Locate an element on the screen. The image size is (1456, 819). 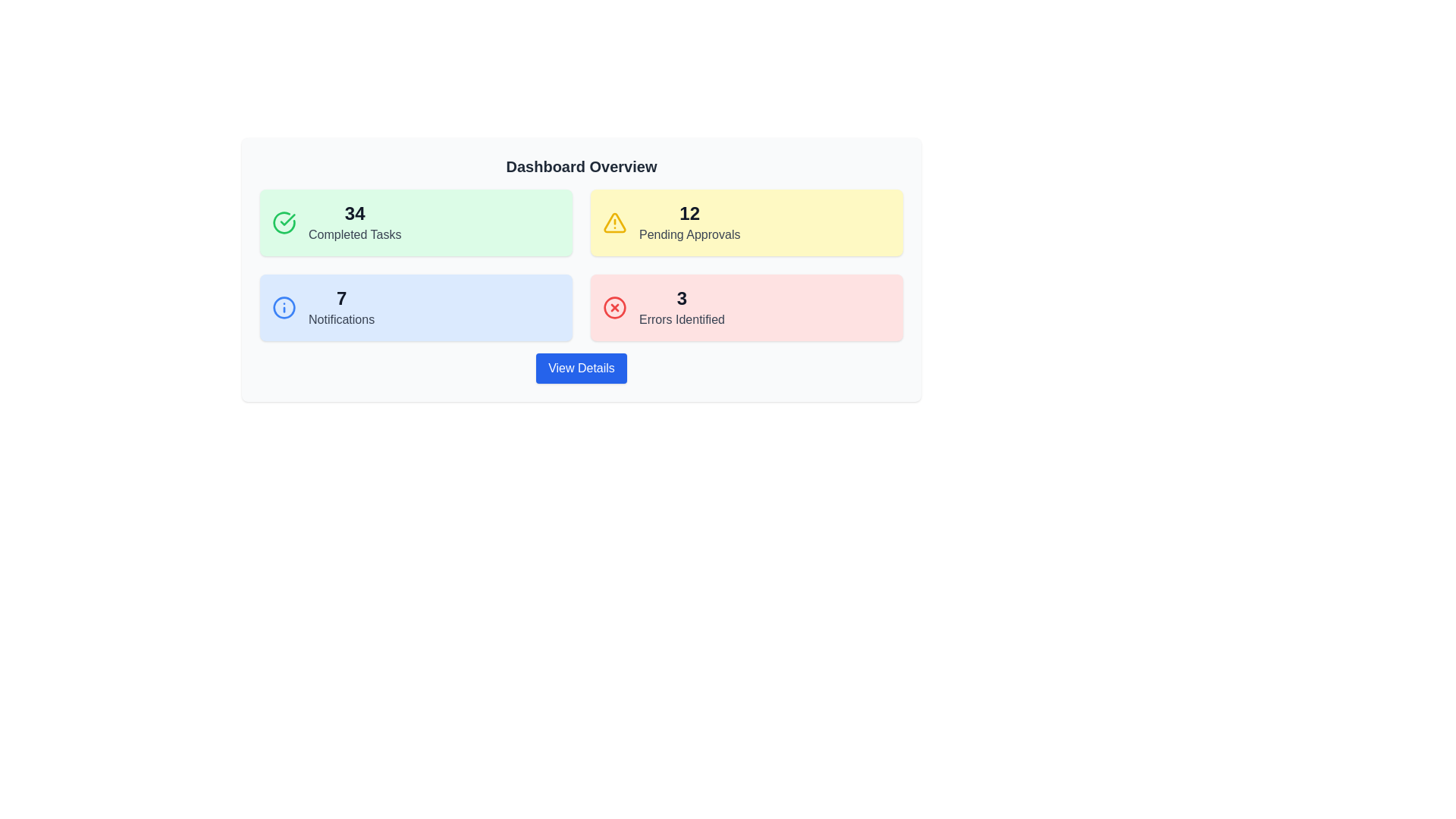
the rectangle-shaped button with a blue background and white text reading 'View Details' is located at coordinates (581, 369).